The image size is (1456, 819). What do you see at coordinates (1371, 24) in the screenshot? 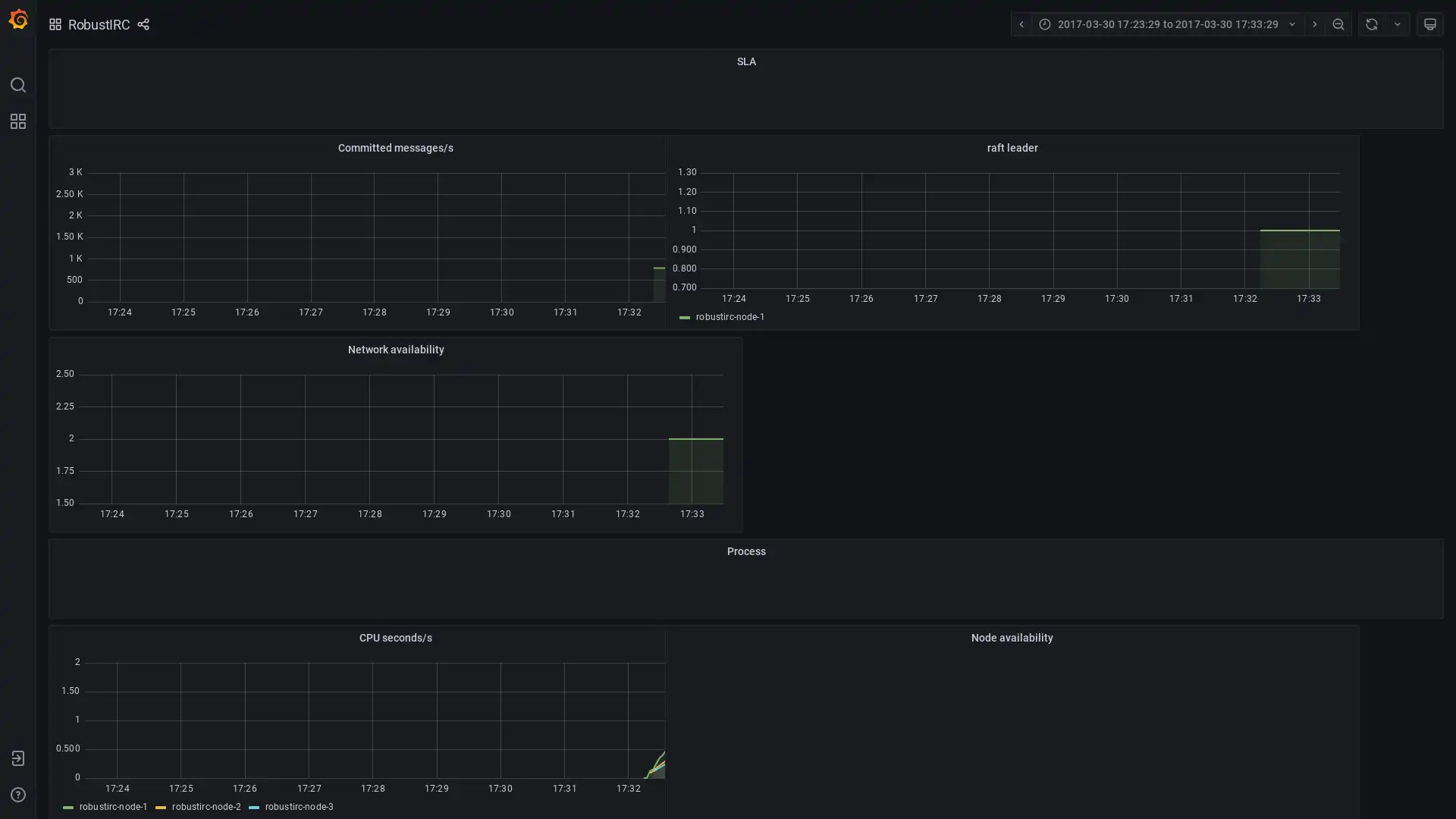
I see `Refresh dashboard` at bounding box center [1371, 24].